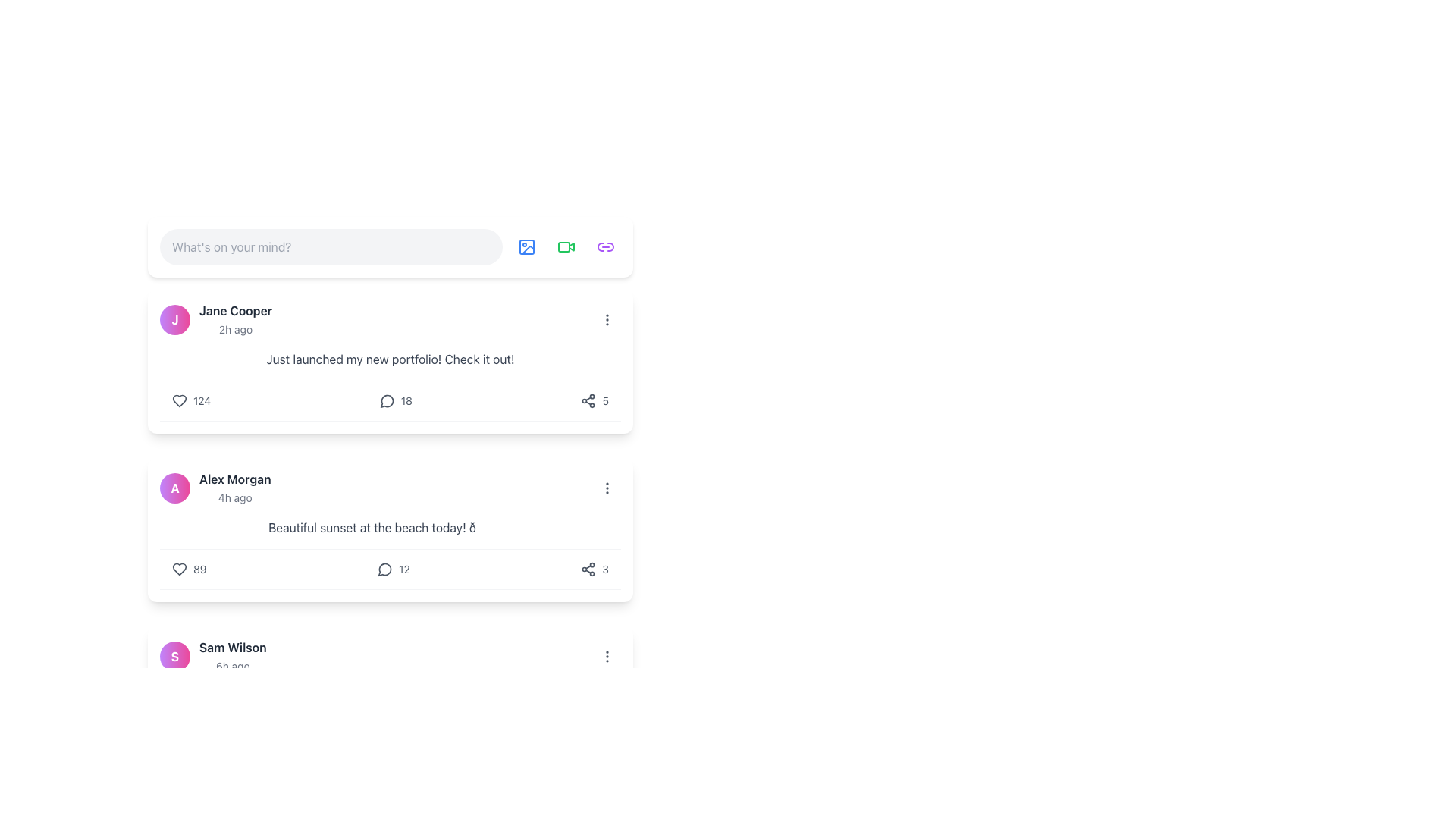  Describe the element at coordinates (174, 656) in the screenshot. I see `the avatar icon representing the user, identified by the initial 'S'` at that location.